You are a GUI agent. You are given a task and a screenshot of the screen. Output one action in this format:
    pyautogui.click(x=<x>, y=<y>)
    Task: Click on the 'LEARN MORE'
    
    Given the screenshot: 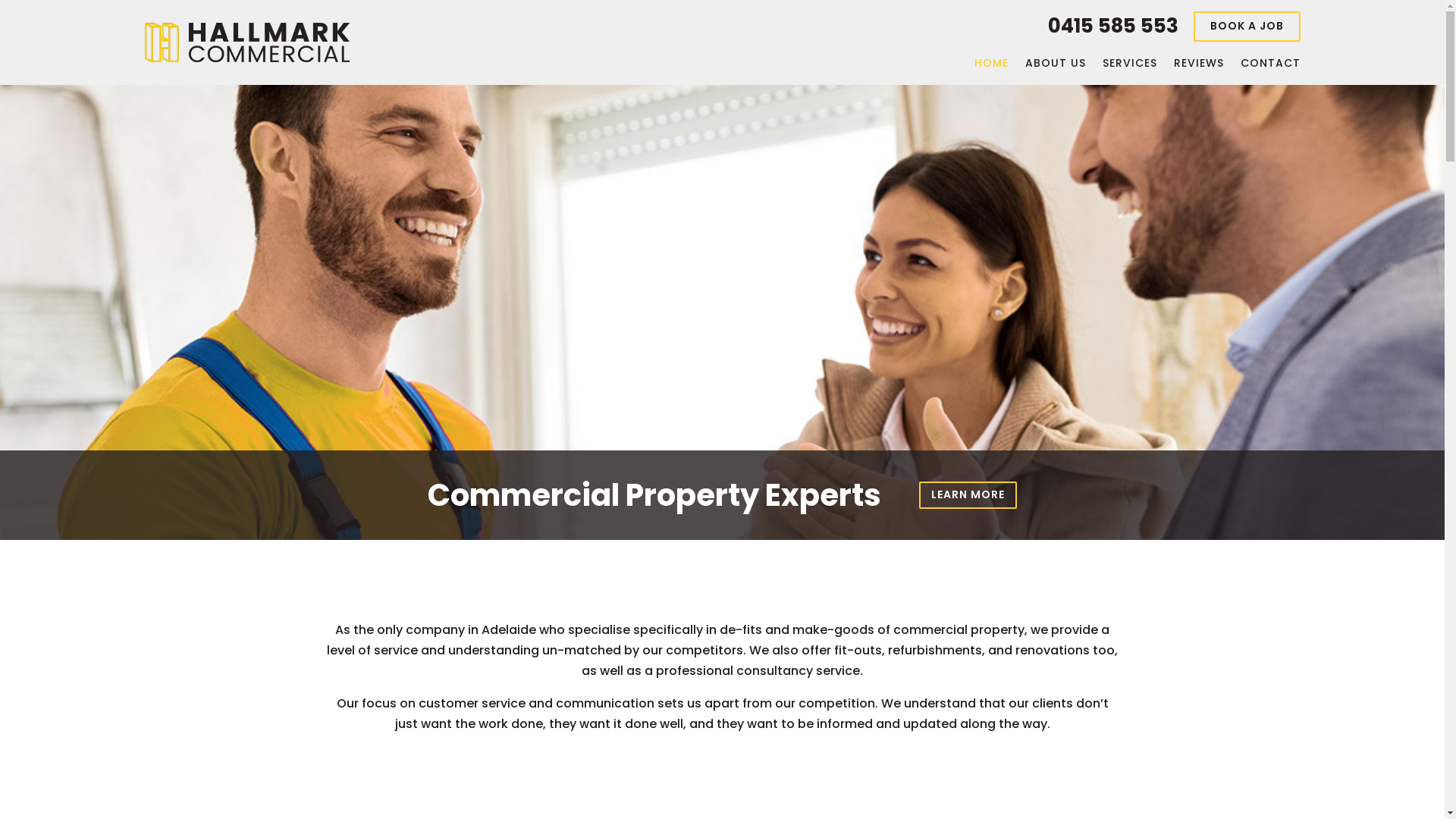 What is the action you would take?
    pyautogui.click(x=967, y=494)
    